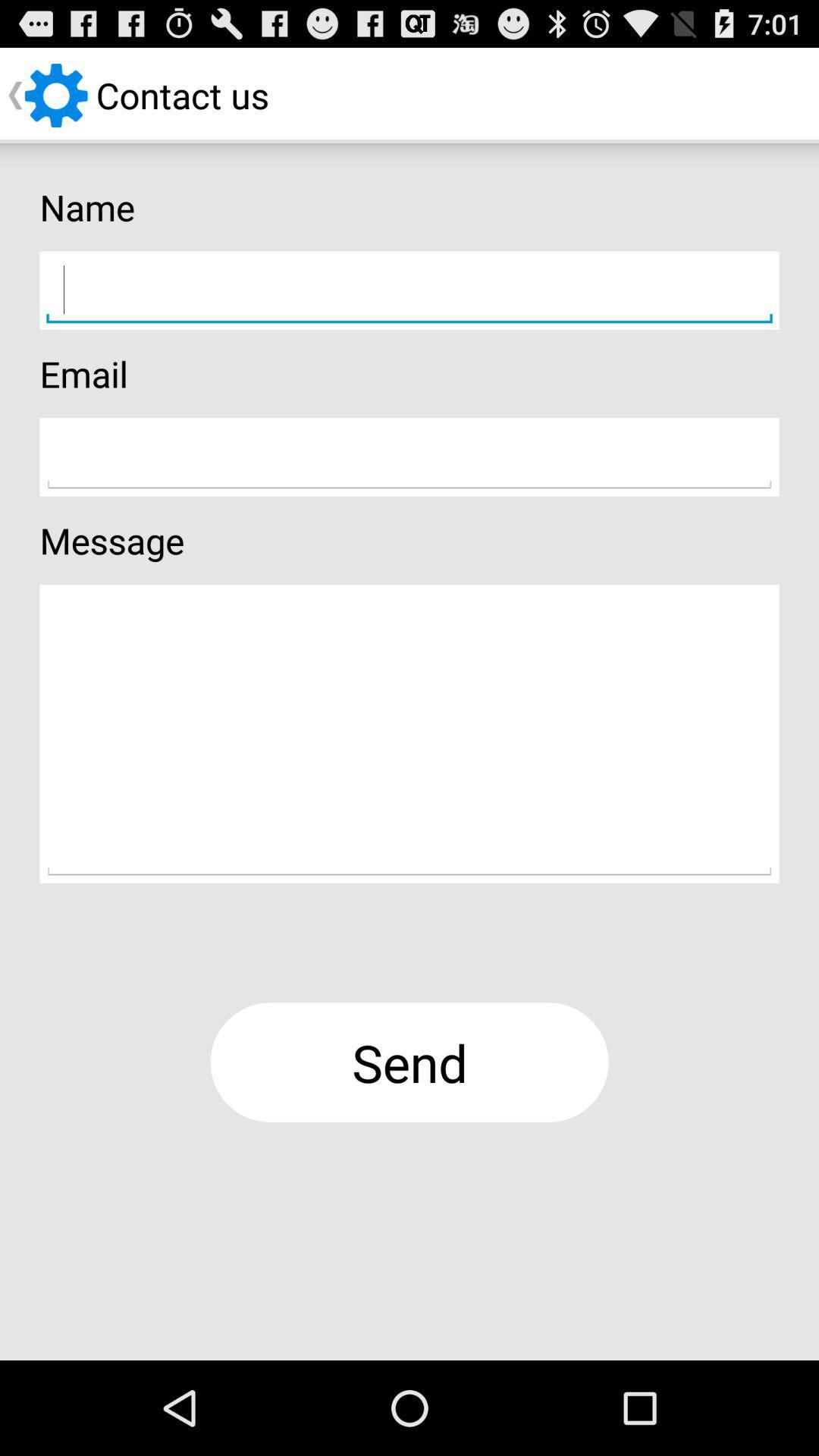 This screenshot has width=819, height=1456. I want to click on send button, so click(409, 1062).